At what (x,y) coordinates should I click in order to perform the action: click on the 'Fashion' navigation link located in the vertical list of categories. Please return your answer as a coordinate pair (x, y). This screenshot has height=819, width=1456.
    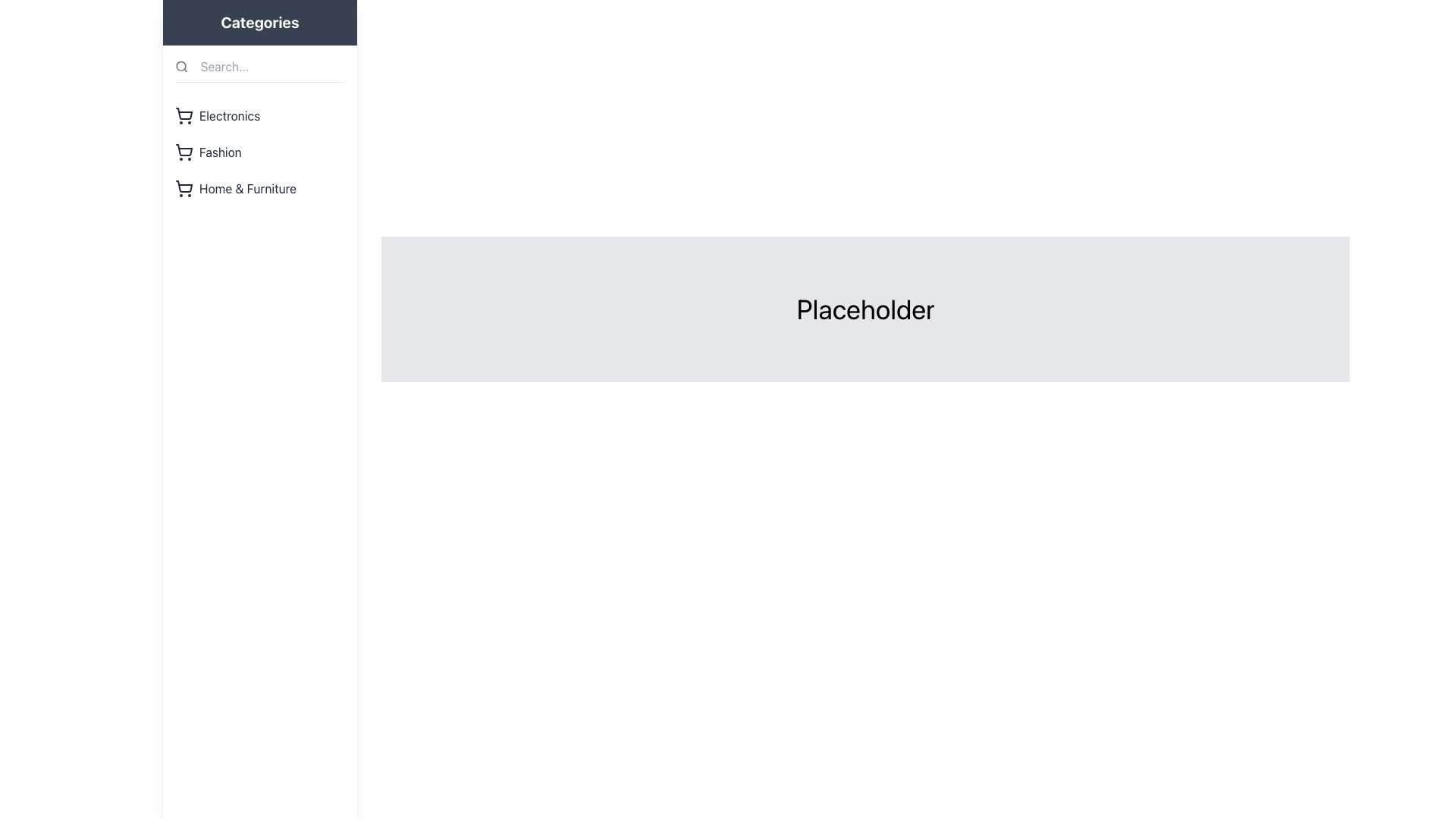
    Looking at the image, I should click on (259, 152).